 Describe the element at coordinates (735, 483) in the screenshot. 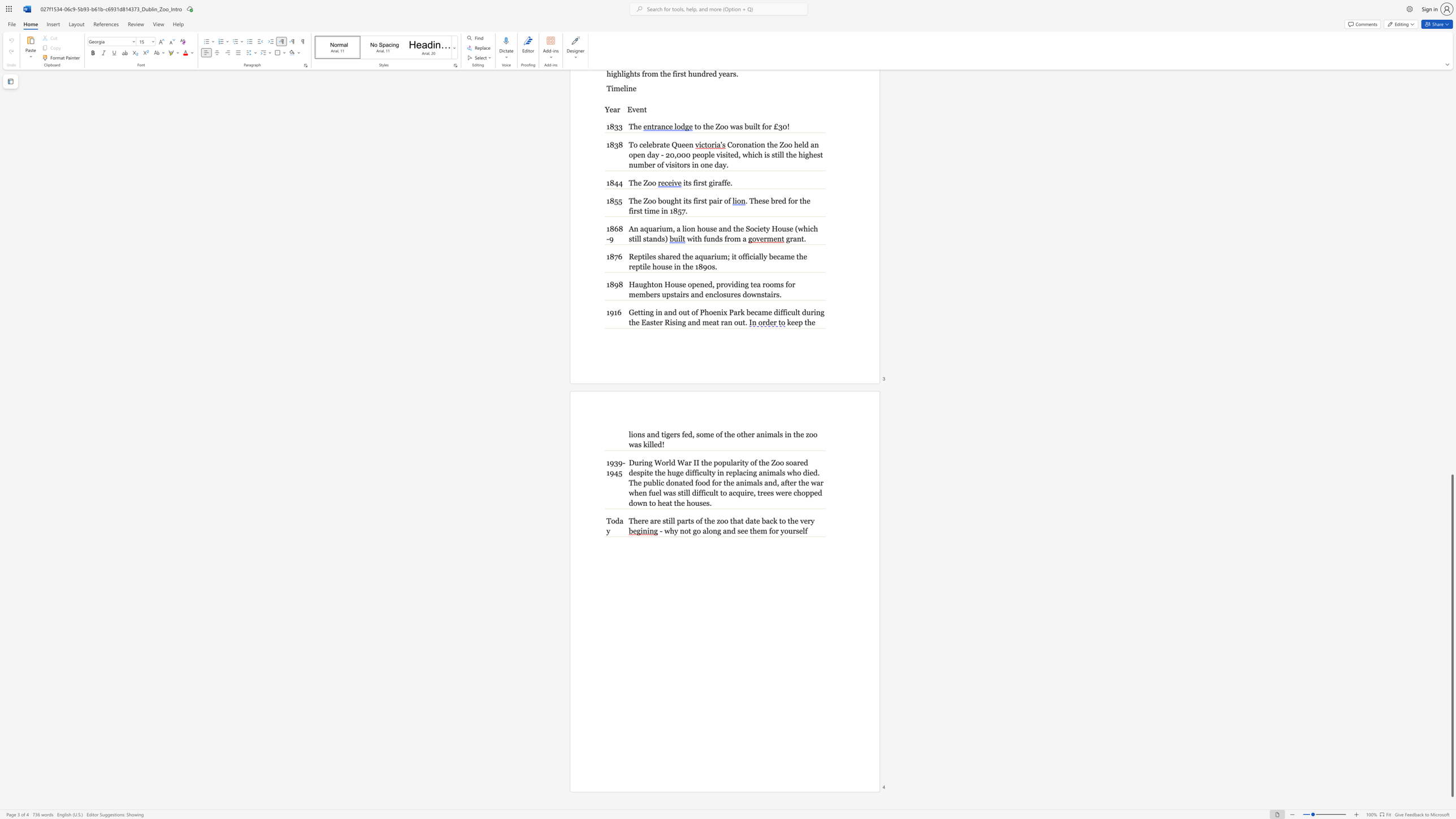

I see `the subset text "animals and, after the war when fuel was still difficult" within the text "for the animals and, after the war when fuel was still difficult to"` at that location.